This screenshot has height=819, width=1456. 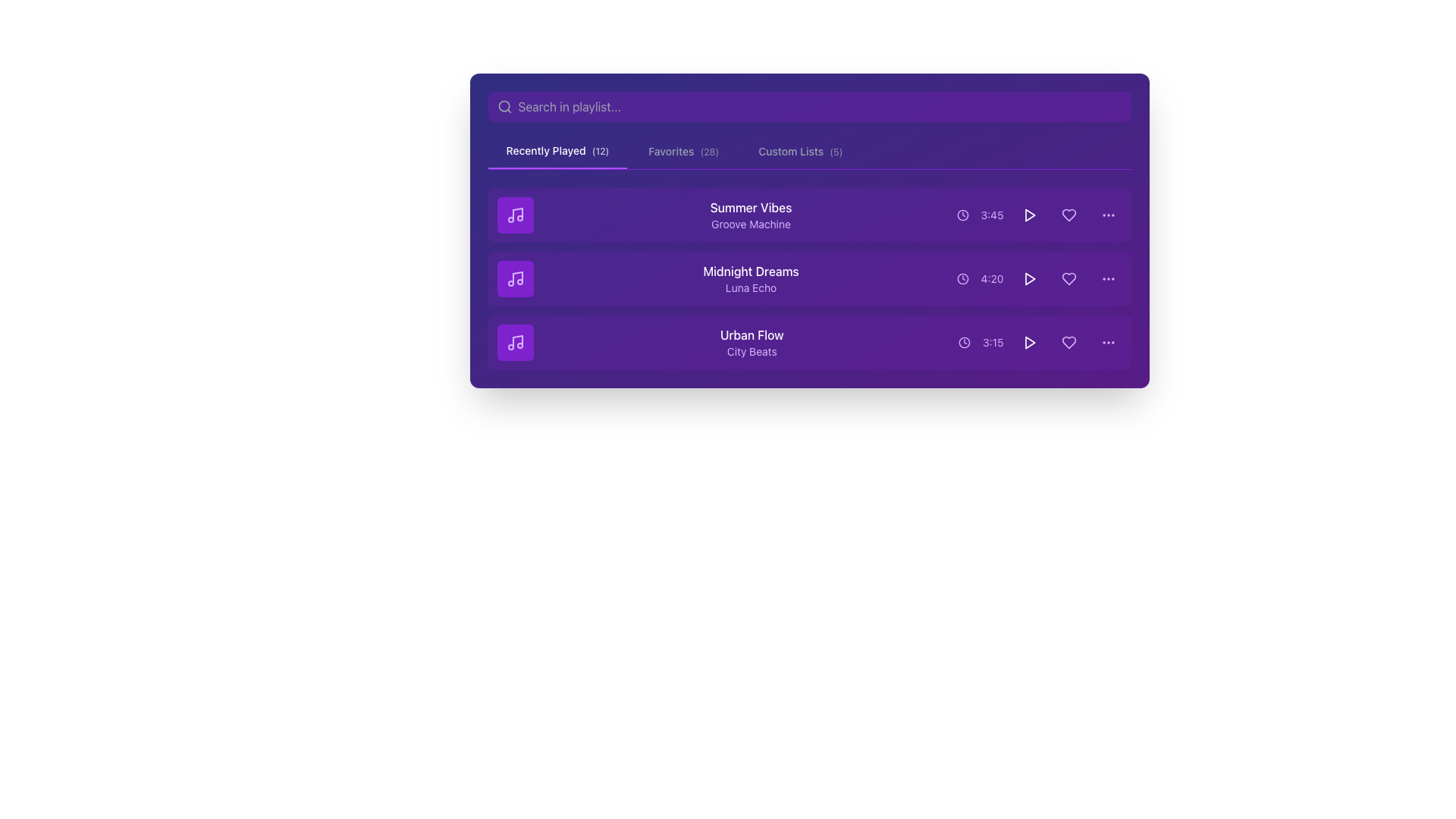 What do you see at coordinates (1029, 215) in the screenshot?
I see `the play button located in the middle-right area of the first row of the playlist table, next to the time text '3:45'` at bounding box center [1029, 215].